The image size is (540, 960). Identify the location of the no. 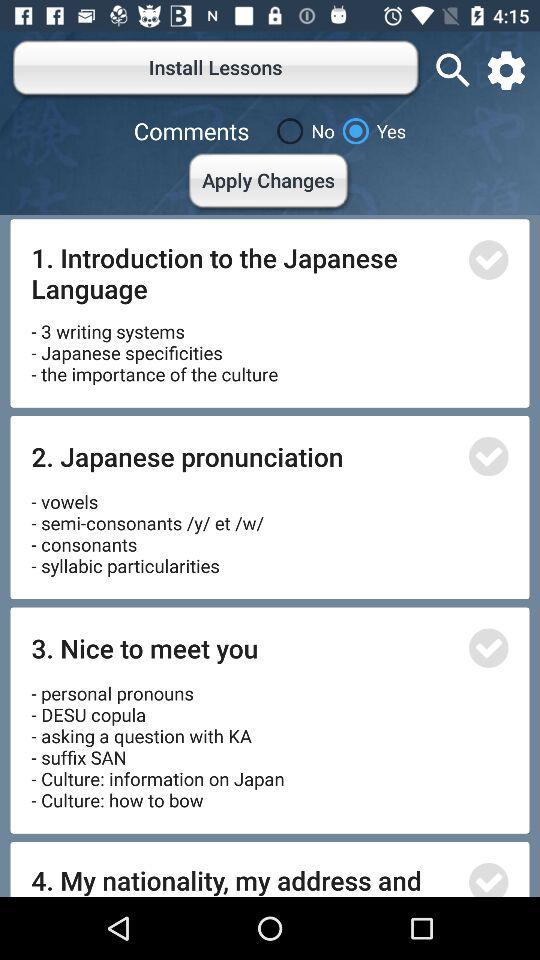
(301, 130).